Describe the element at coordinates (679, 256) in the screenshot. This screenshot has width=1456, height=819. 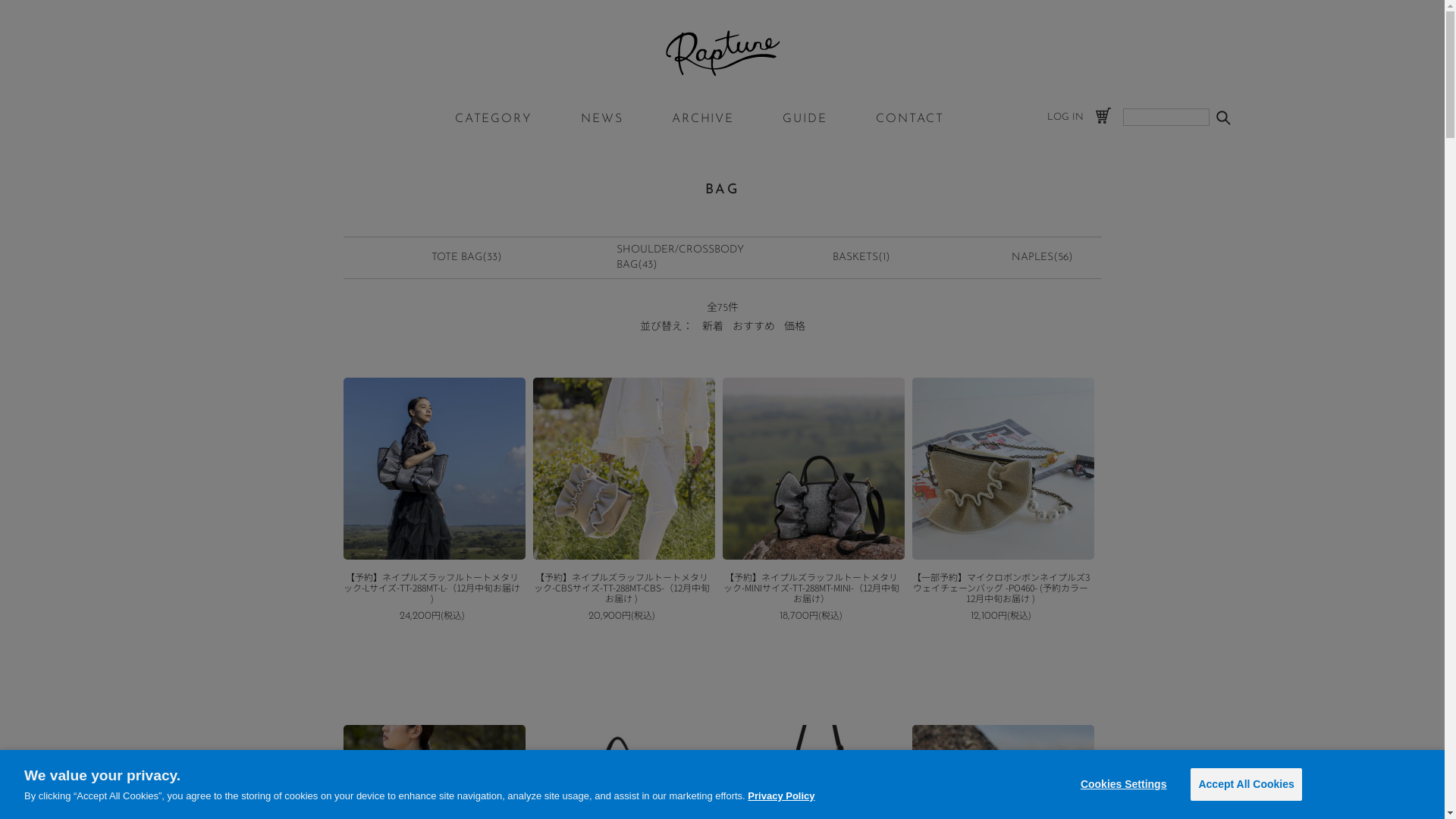
I see `'SHOULDER/CROSSBODY BAG(43)'` at that location.